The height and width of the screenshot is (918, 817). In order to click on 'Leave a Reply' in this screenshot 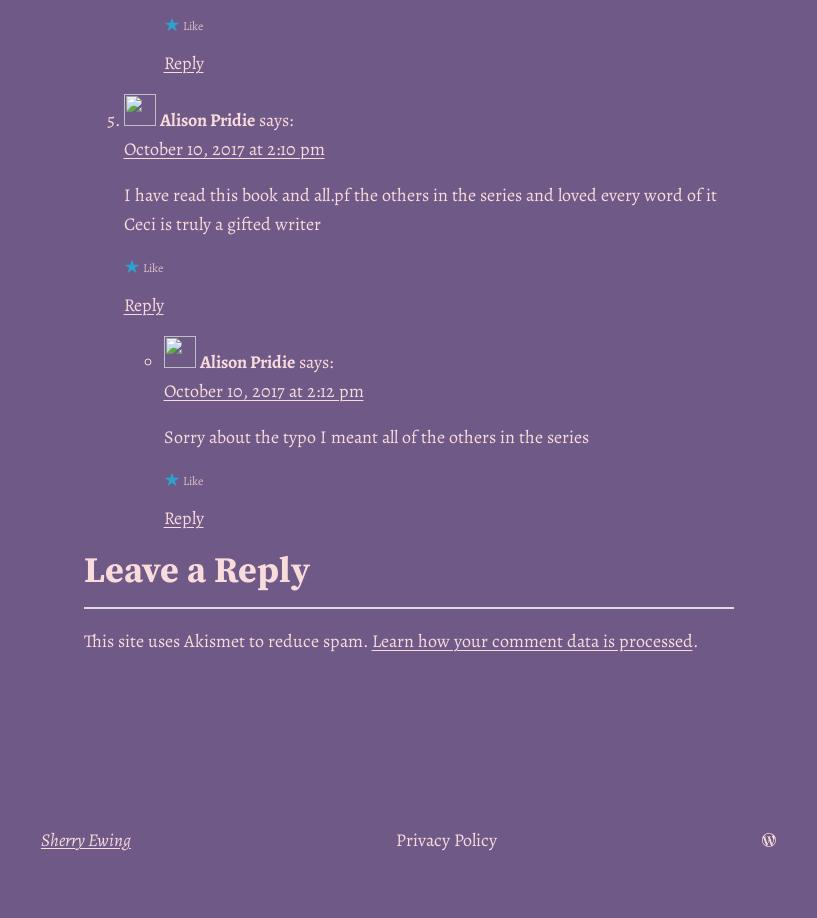, I will do `click(194, 569)`.